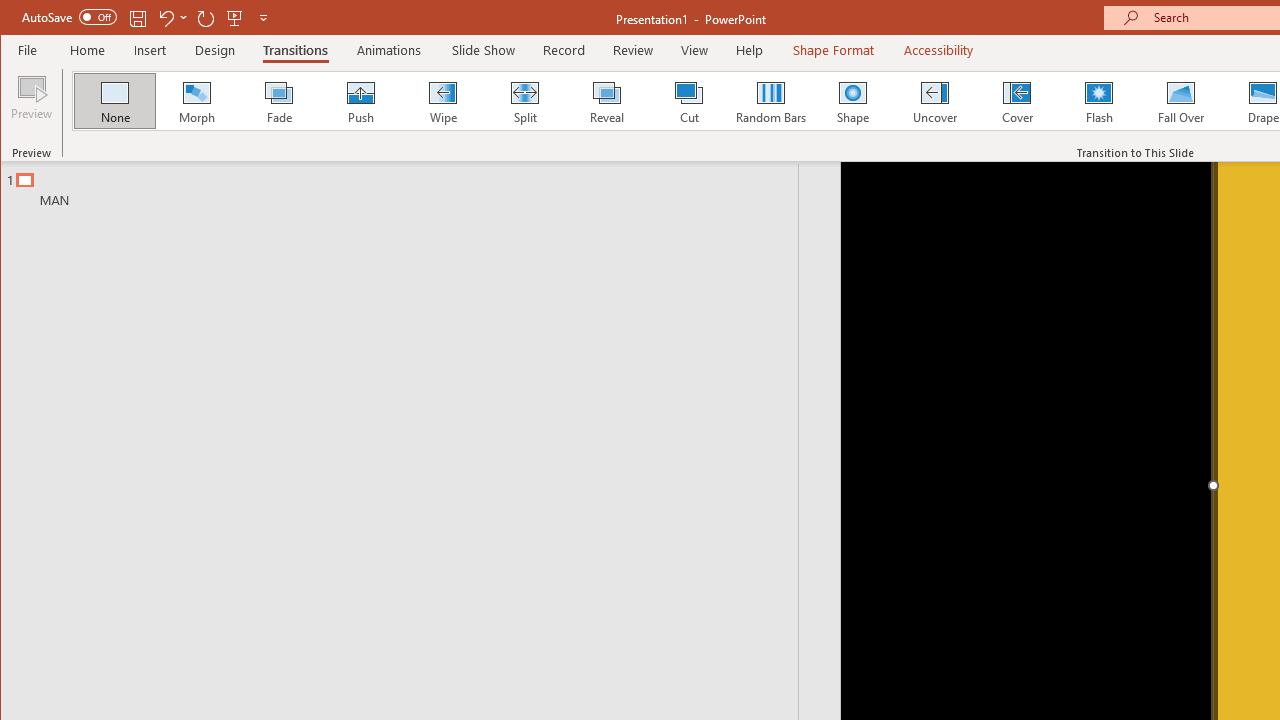 This screenshot has height=720, width=1280. What do you see at coordinates (149, 49) in the screenshot?
I see `'Insert'` at bounding box center [149, 49].